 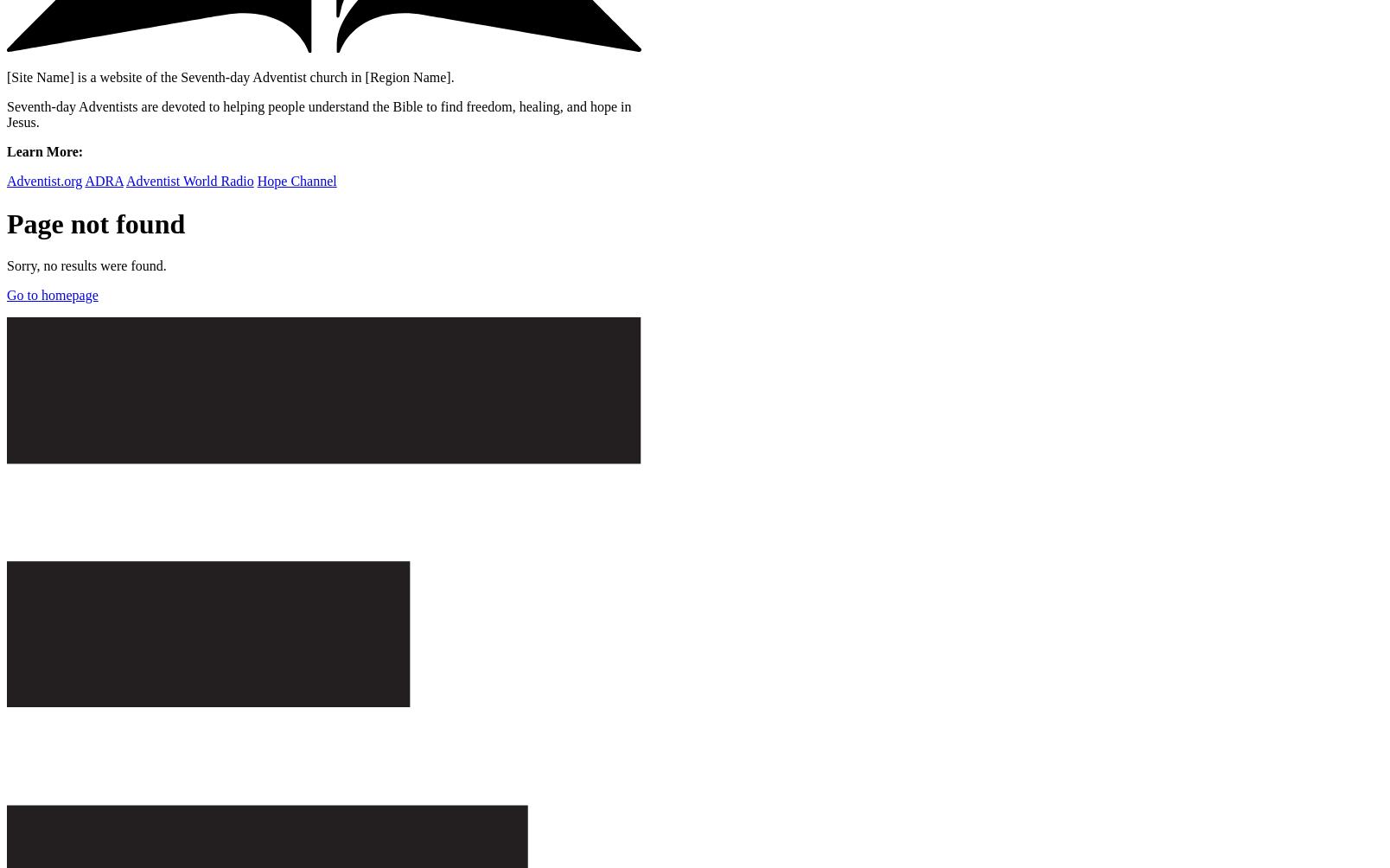 I want to click on 'Page not found', so click(x=95, y=223).